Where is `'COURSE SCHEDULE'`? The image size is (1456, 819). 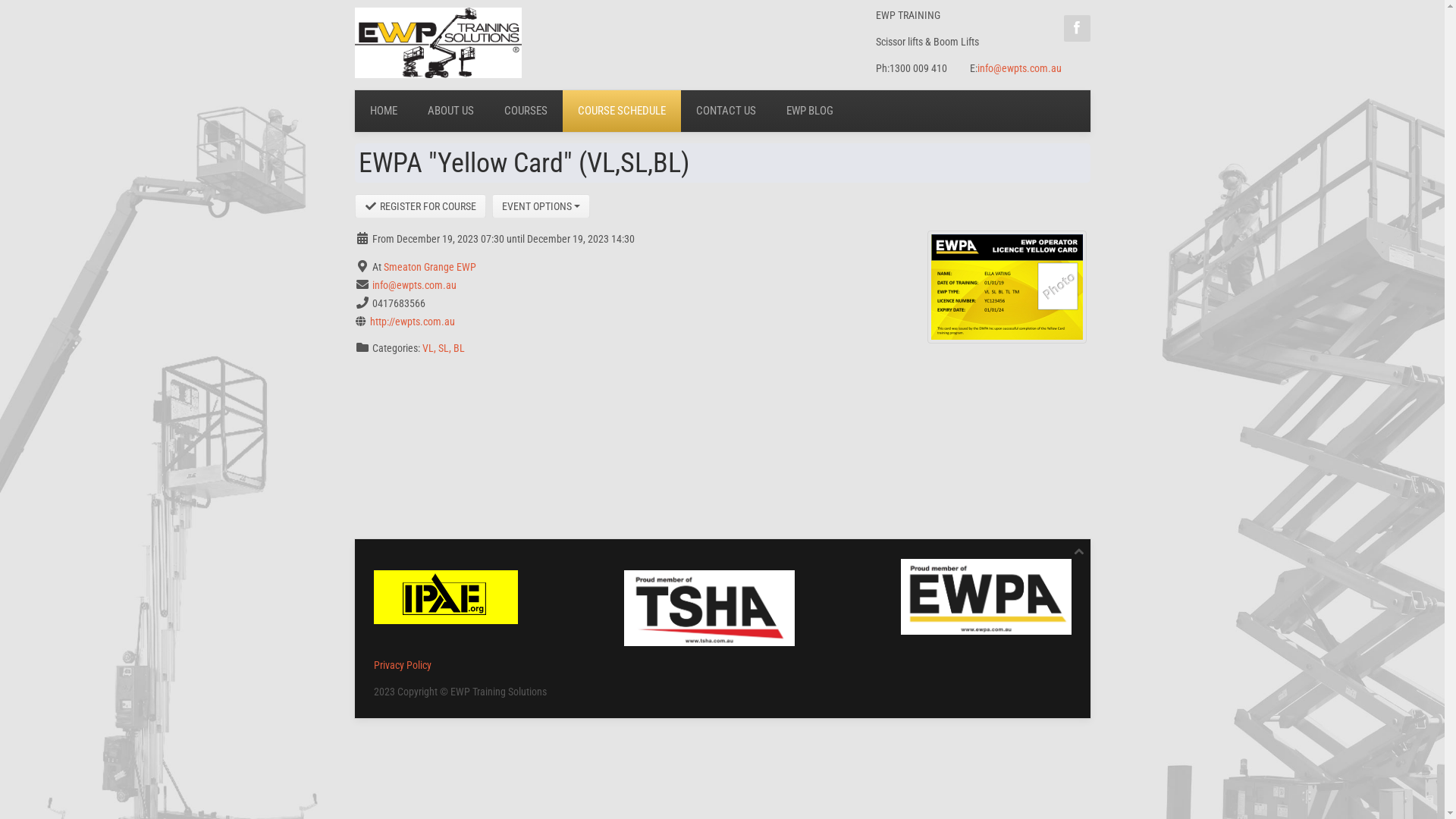 'COURSE SCHEDULE' is located at coordinates (622, 110).